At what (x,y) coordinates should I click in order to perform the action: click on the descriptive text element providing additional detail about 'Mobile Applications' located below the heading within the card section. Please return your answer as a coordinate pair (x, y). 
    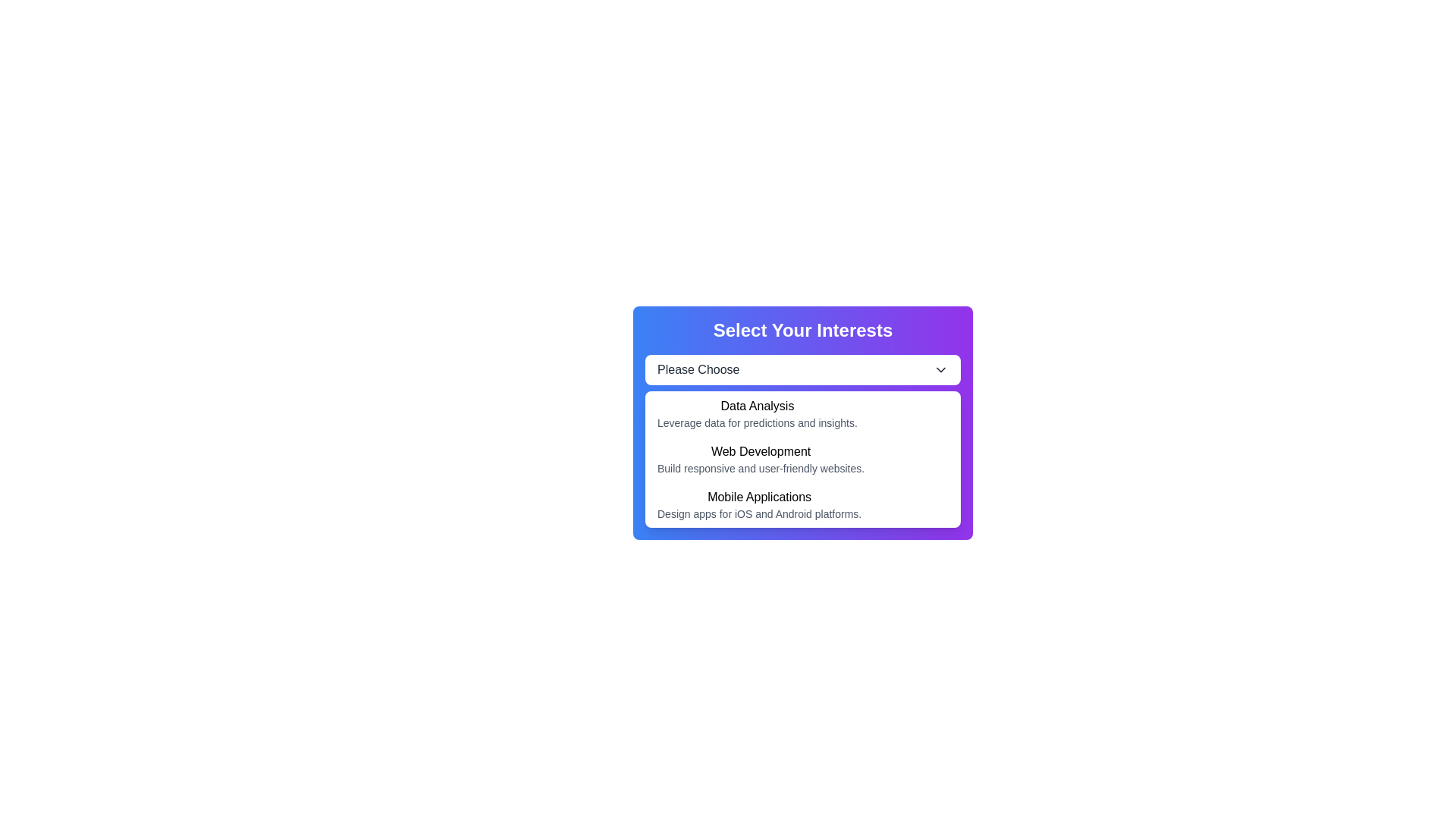
    Looking at the image, I should click on (759, 513).